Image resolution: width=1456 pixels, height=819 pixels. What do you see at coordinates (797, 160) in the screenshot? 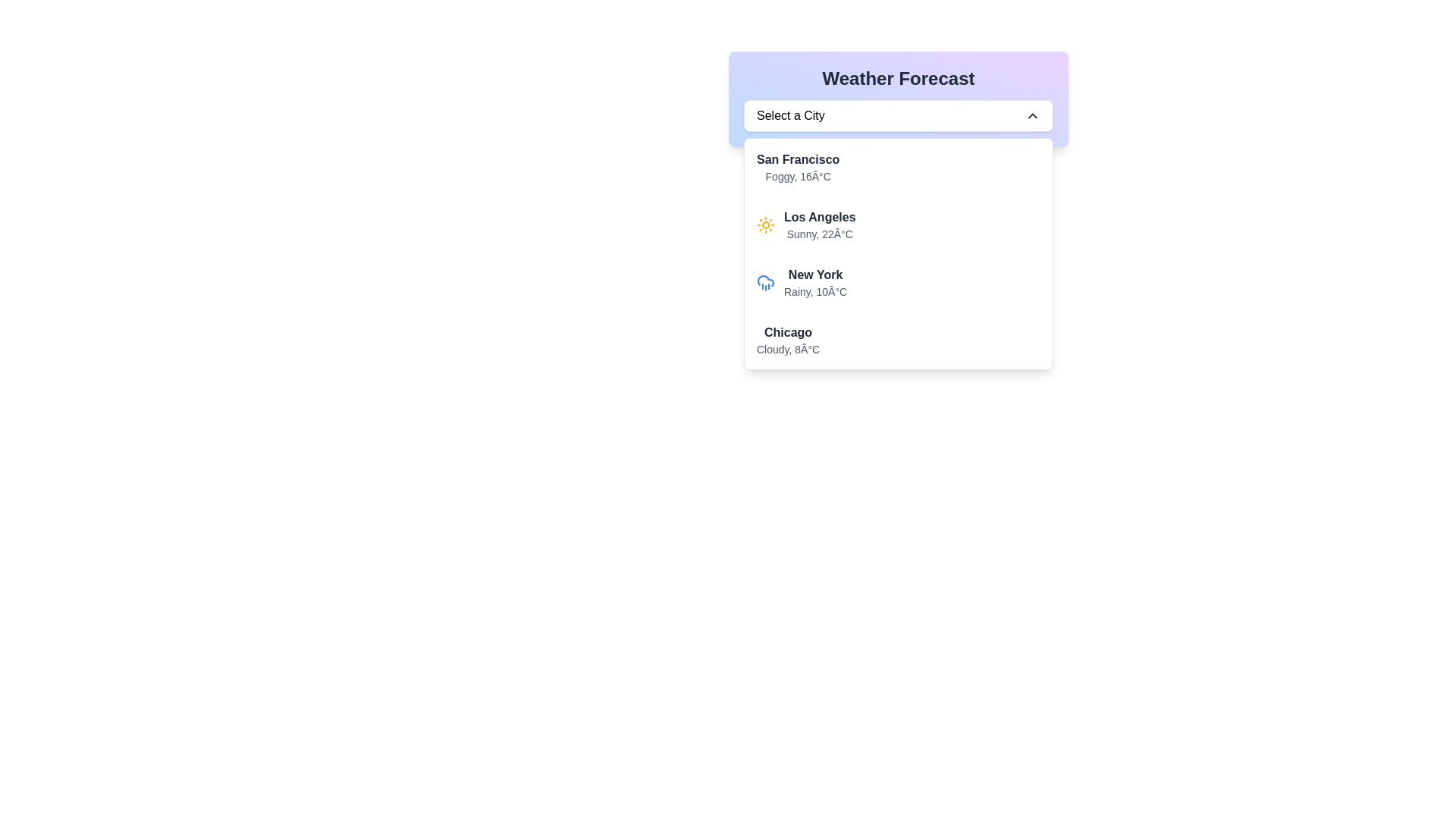
I see `the Text label indicating the name of the selected city within the dropdown in the 'Weather Forecast' section, positioned above the descriptive text 'Foggy, 16°C'` at bounding box center [797, 160].